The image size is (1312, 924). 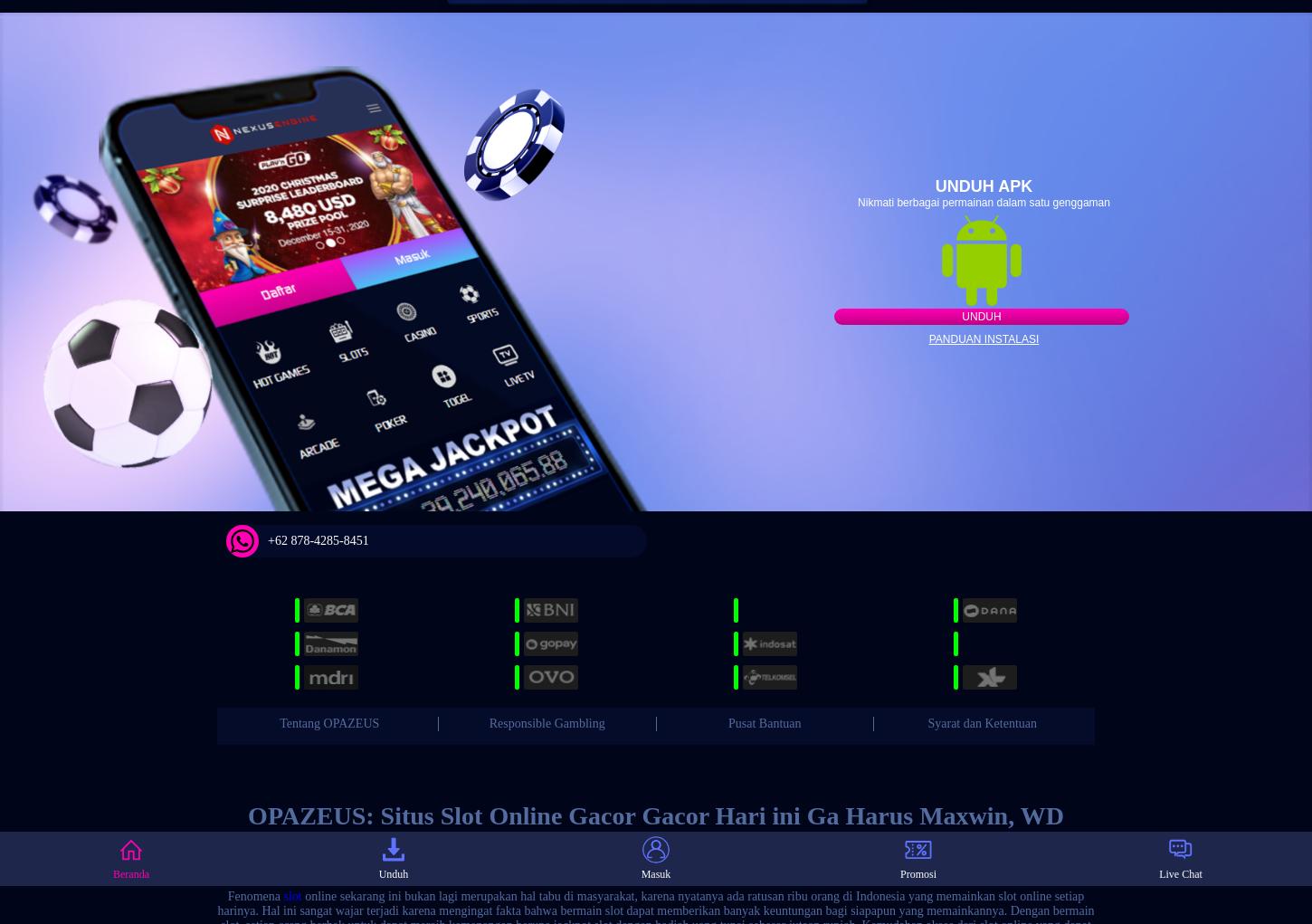 I want to click on 'Syarat dan Ketentuan', so click(x=982, y=721).